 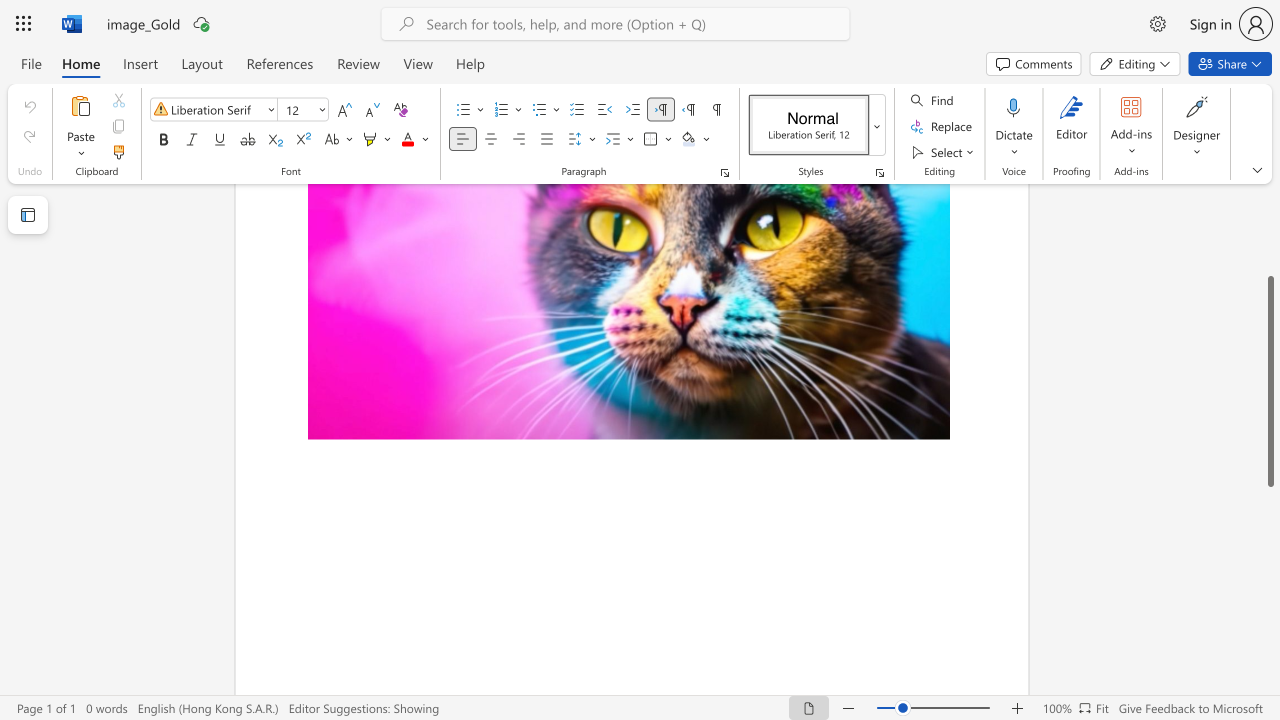 I want to click on the scrollbar to scroll upward, so click(x=1269, y=270).